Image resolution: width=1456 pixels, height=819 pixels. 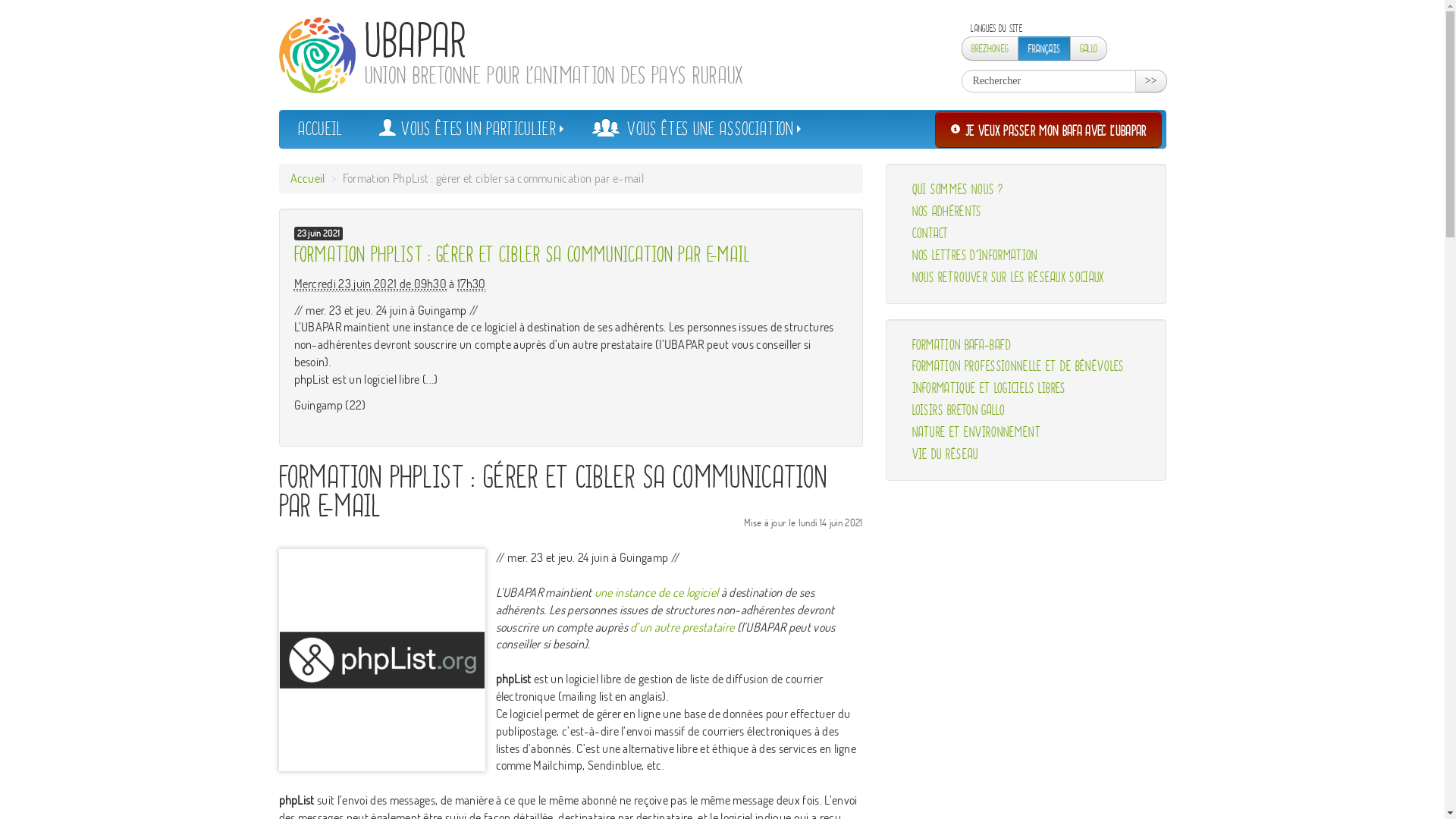 I want to click on 'une instance de ce logiciel', so click(x=656, y=591).